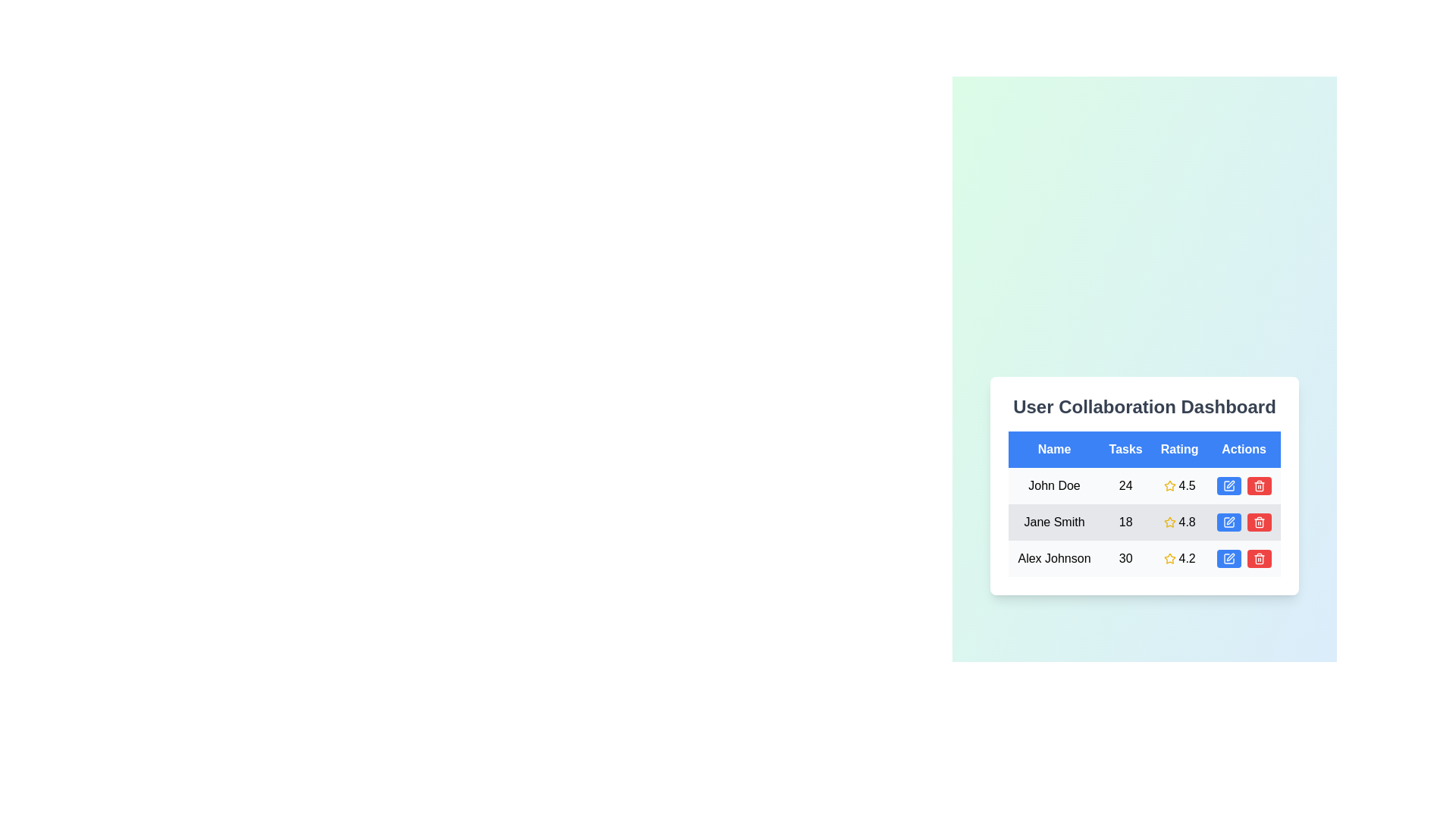 The width and height of the screenshot is (1456, 819). I want to click on the third row in the User Collaboration Dashboard table displaying user details for 'Alex Johnson', which includes a task count, rating, and actionable buttons, so click(1144, 558).